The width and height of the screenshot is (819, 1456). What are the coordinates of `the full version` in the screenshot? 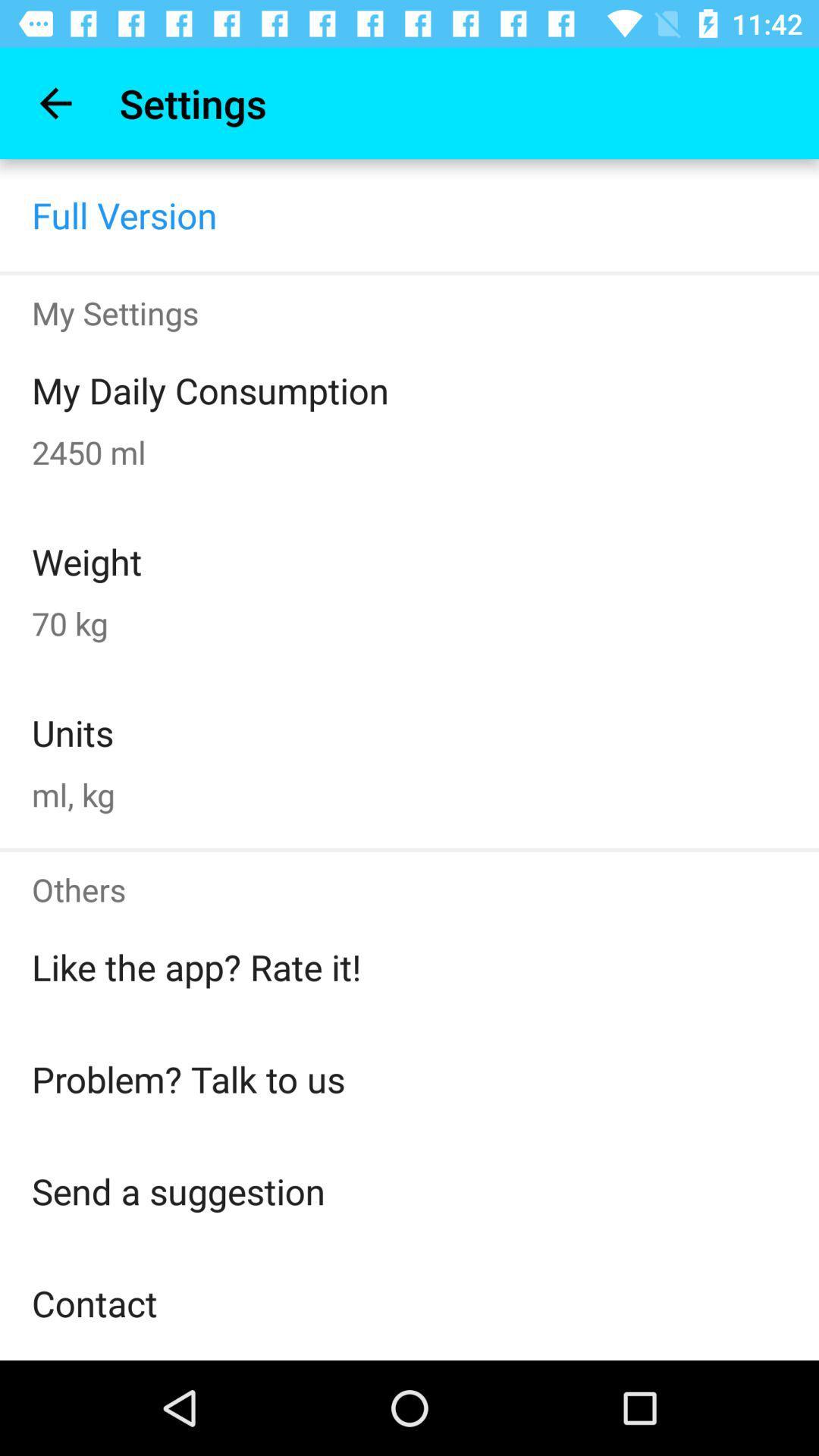 It's located at (124, 214).